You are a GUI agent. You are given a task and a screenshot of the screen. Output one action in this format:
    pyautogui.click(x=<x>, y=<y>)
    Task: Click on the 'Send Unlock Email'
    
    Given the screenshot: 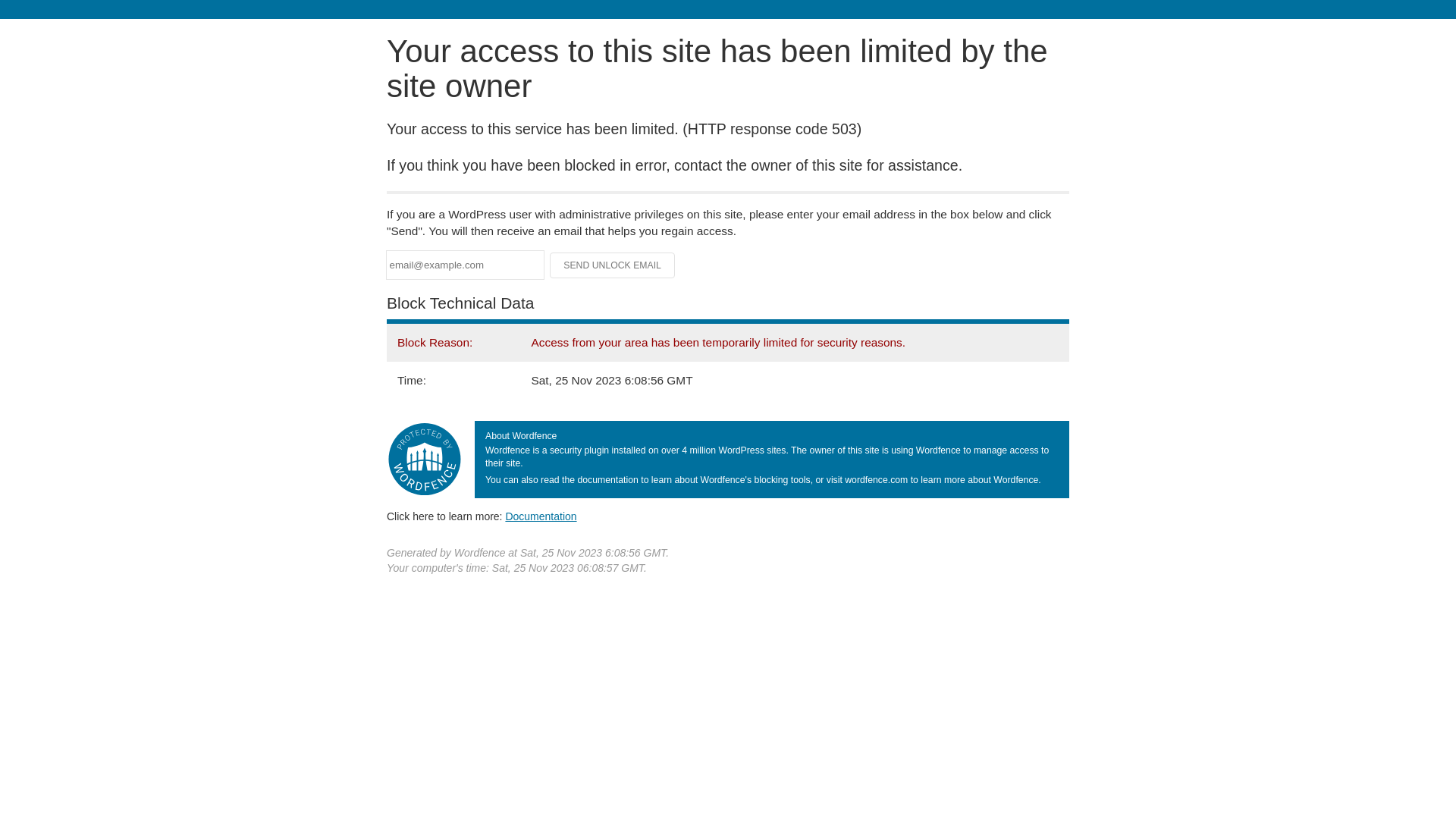 What is the action you would take?
    pyautogui.click(x=548, y=265)
    